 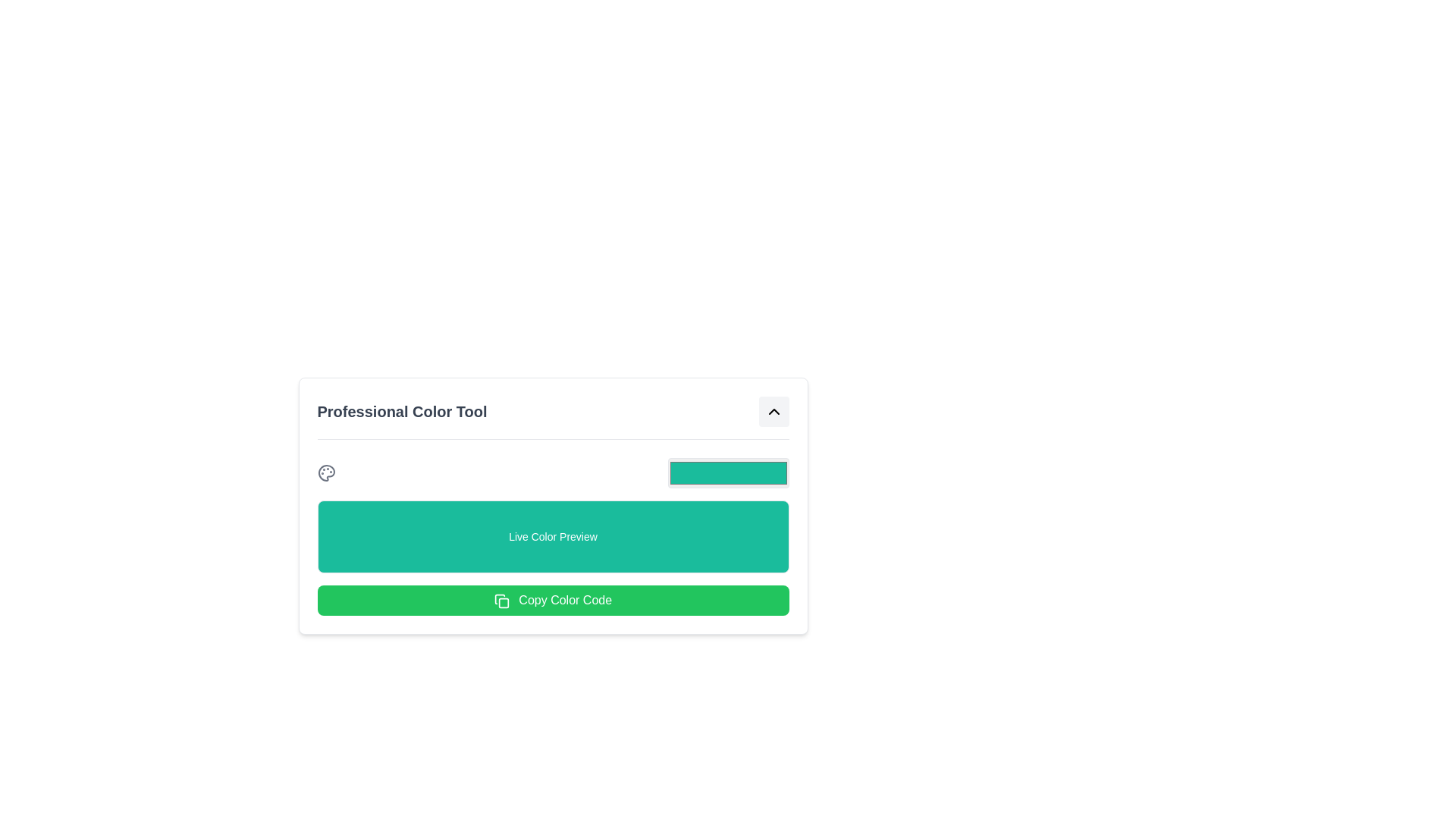 What do you see at coordinates (552, 599) in the screenshot?
I see `the button labeled to copy the color code to the clipboard, which is the last item in its grouped section below the 'Live Color Preview' panel` at bounding box center [552, 599].